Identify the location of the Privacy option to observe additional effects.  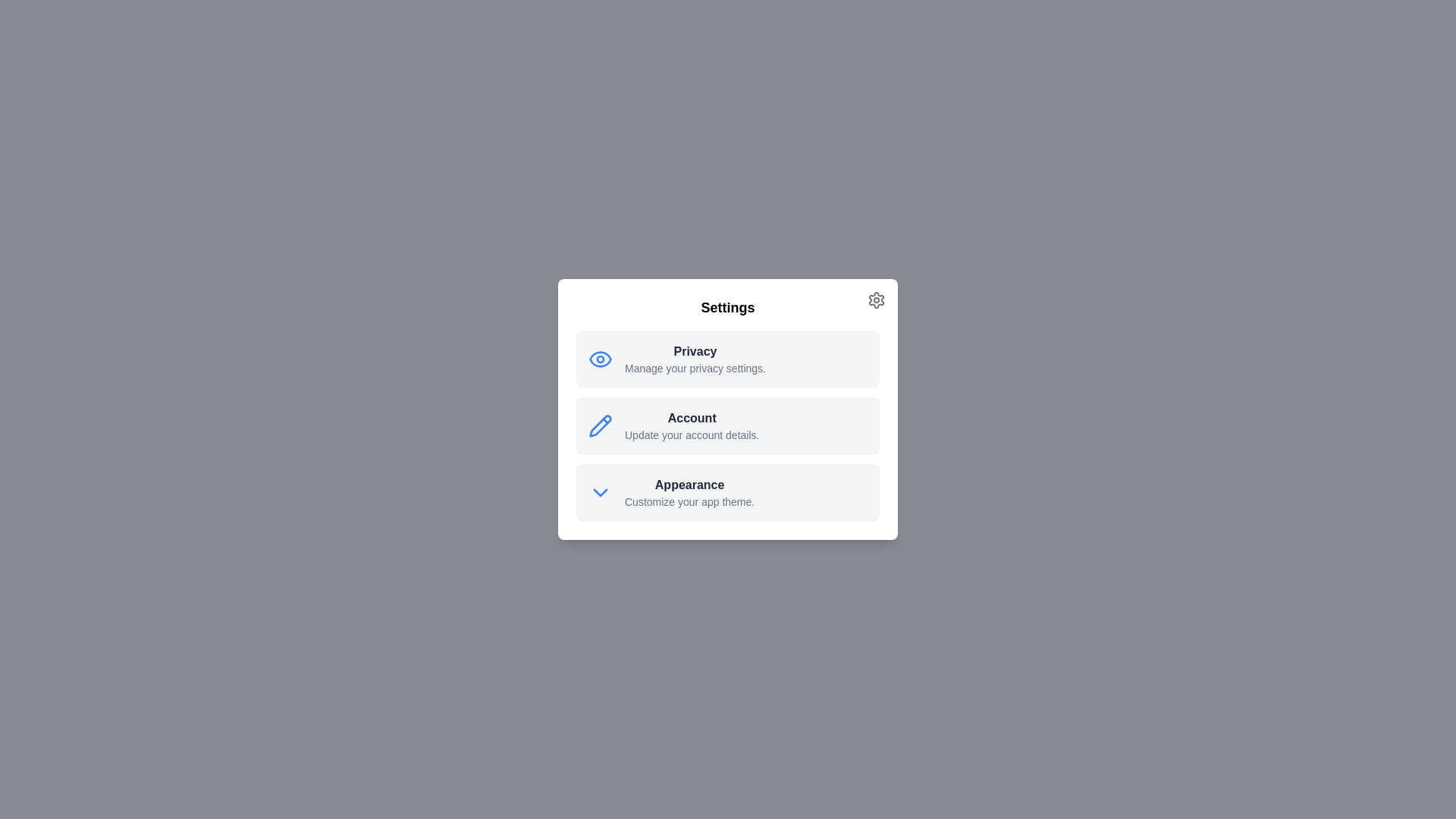
(728, 359).